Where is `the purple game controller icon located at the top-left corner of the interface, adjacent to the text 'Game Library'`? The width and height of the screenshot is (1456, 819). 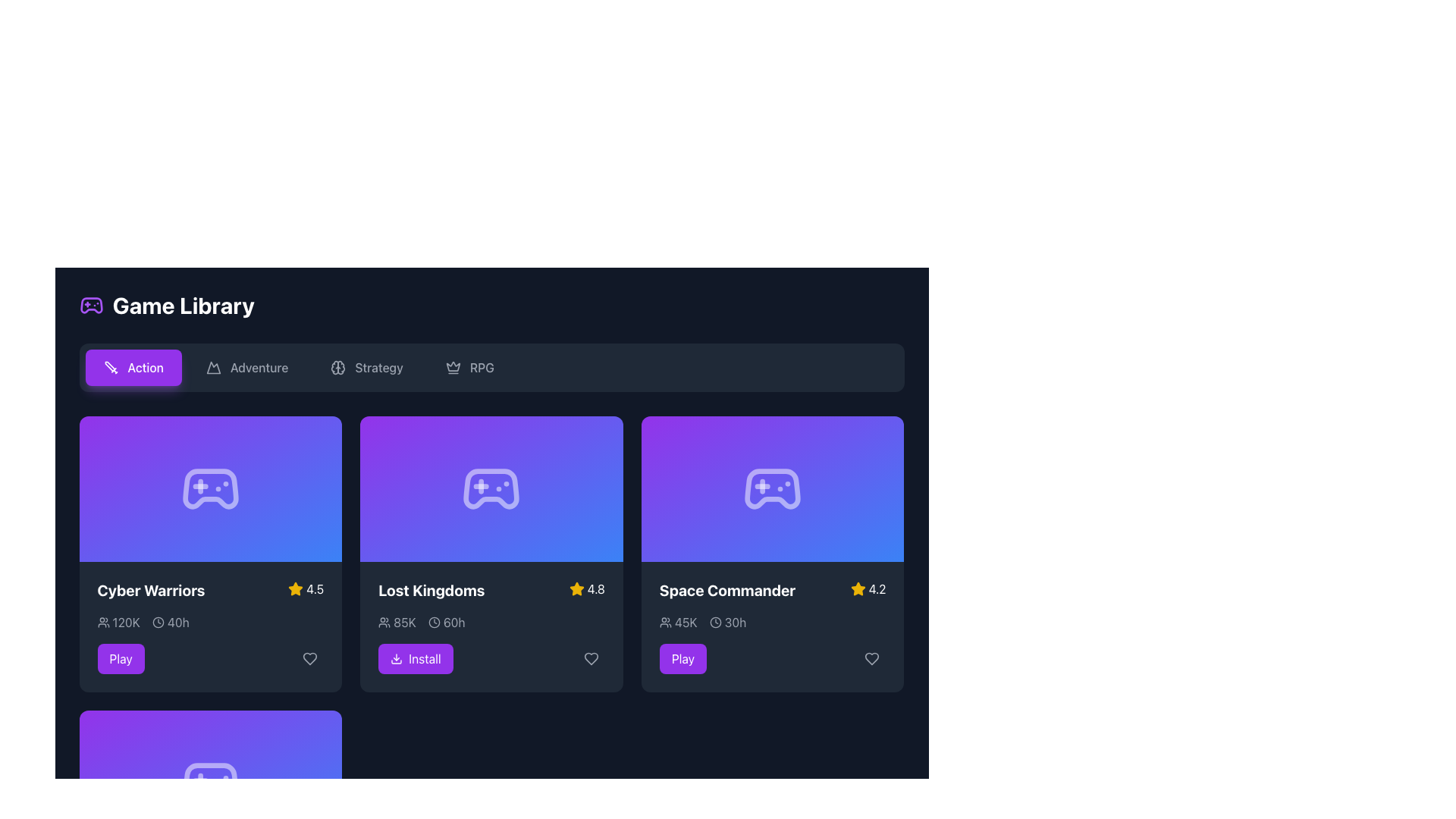 the purple game controller icon located at the top-left corner of the interface, adjacent to the text 'Game Library' is located at coordinates (90, 305).